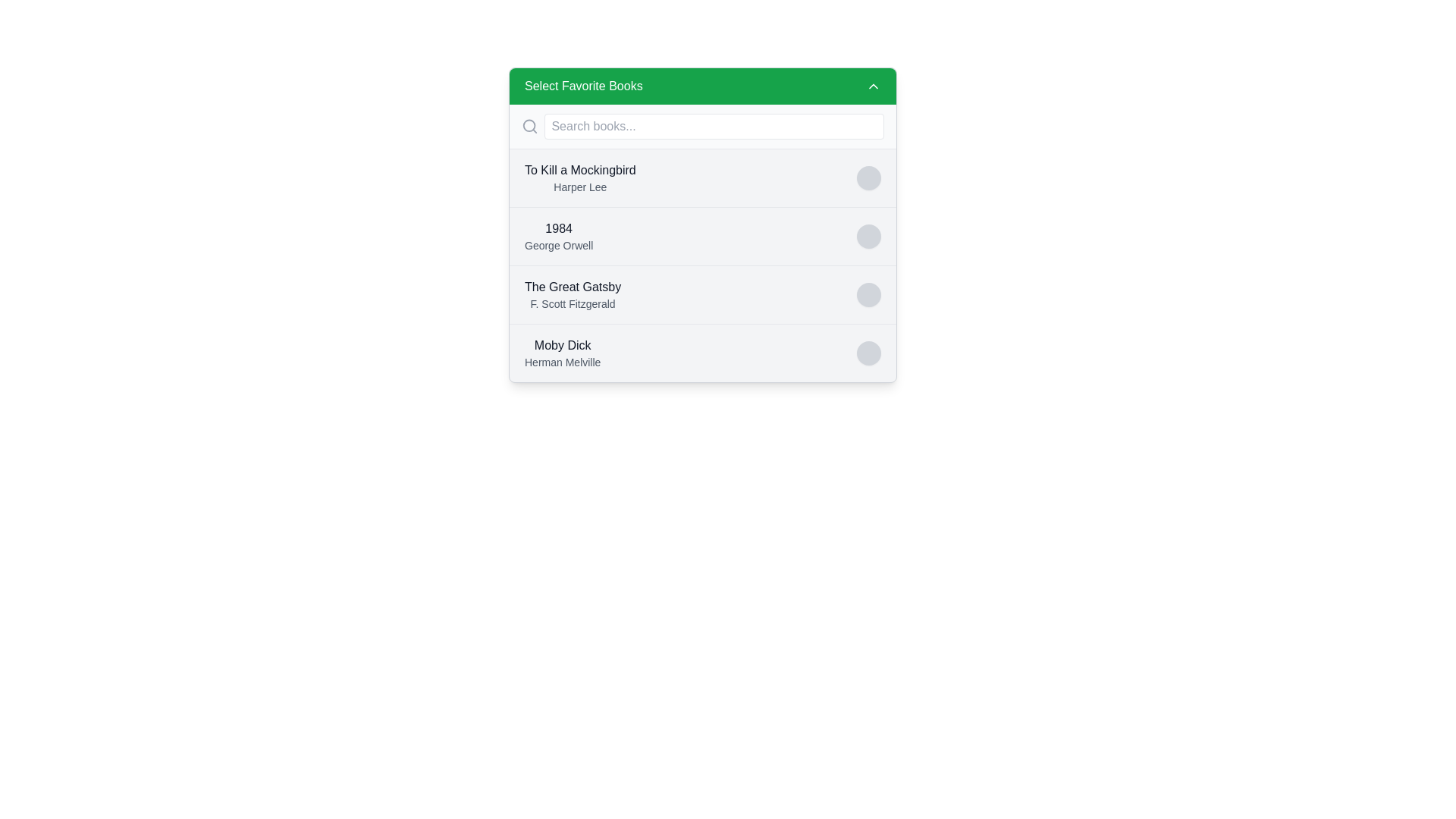 The height and width of the screenshot is (819, 1456). Describe the element at coordinates (572, 295) in the screenshot. I see `the Text label displaying a book title and its author, located on the third row of the 'Select Favorite Books' section, positioned between '1984' and 'Moby Dick'` at that location.